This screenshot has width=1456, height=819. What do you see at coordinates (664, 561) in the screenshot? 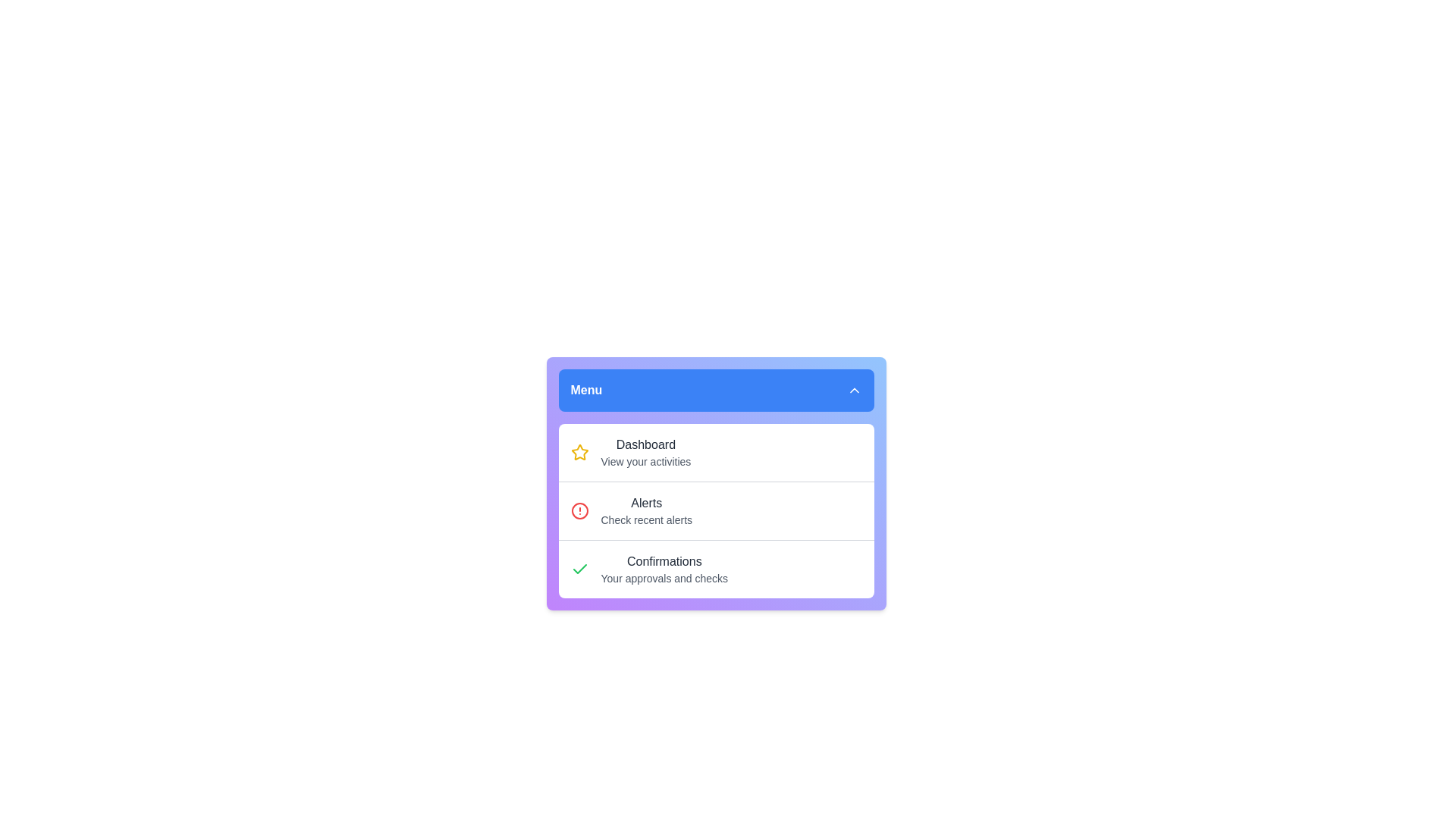
I see `the 'Confirmations' text label element, which is styled with a medium font weight and dark gray color, located above 'Your approvals and checks' within a card interface` at bounding box center [664, 561].